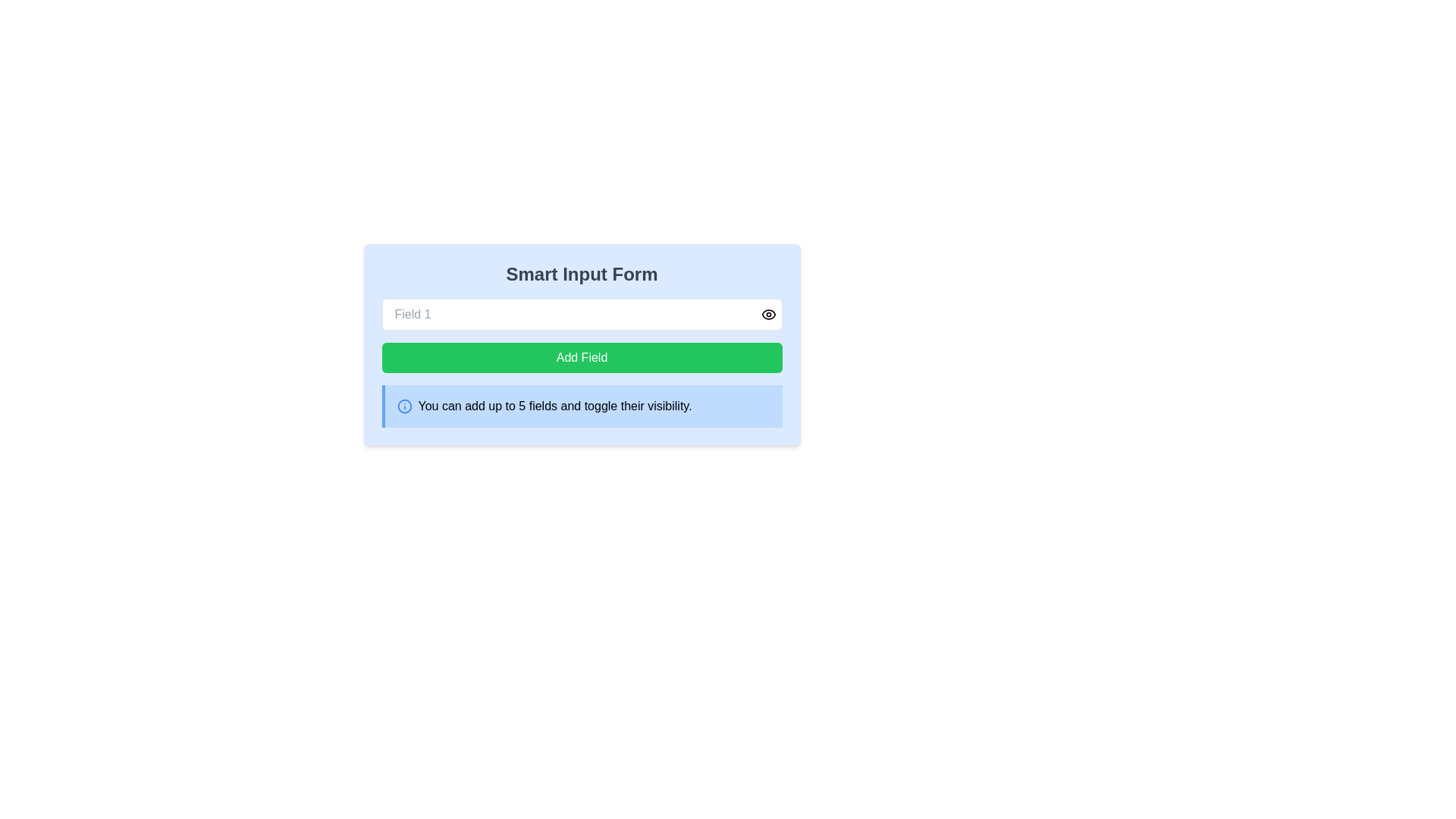 The width and height of the screenshot is (1456, 819). Describe the element at coordinates (581, 406) in the screenshot. I see `the Informational Banner that has a light blue background and contains the text 'You can add up to 5 fields and toggle their visibility.'` at that location.